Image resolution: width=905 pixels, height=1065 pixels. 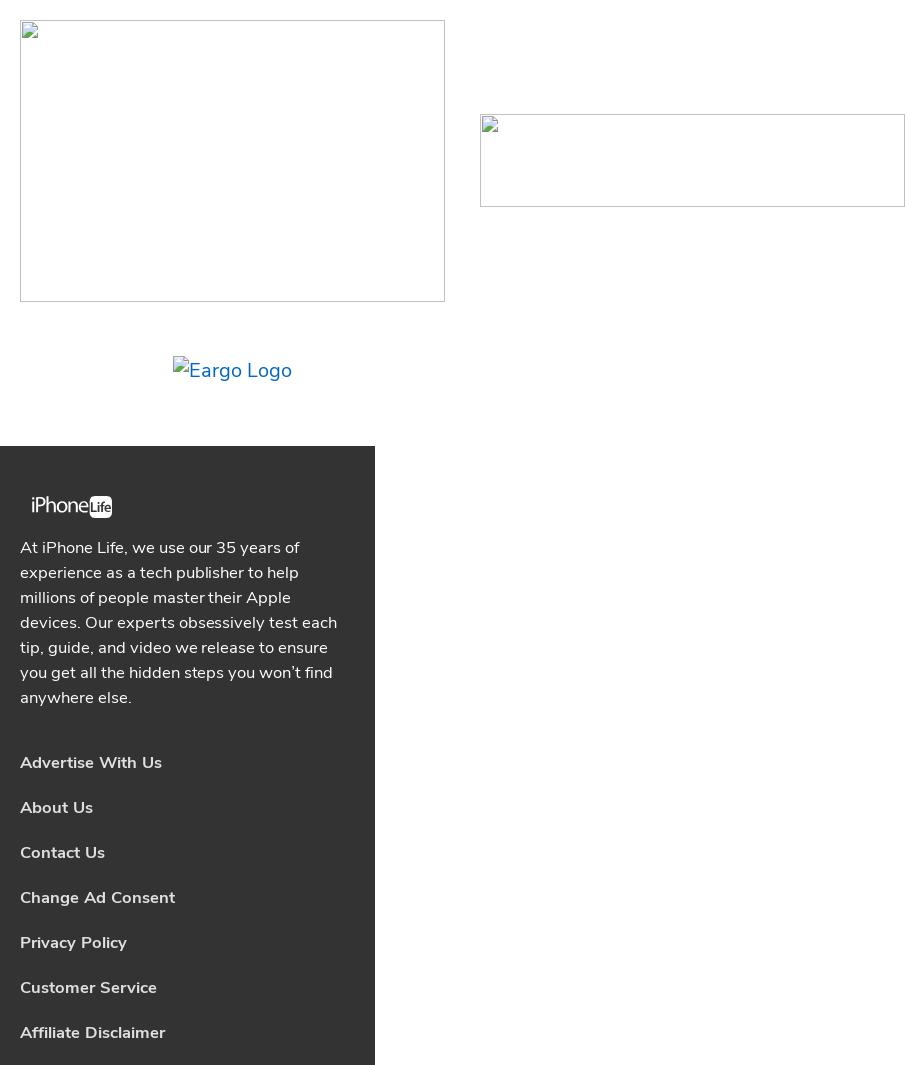 I want to click on 'What iPad Do I Have? Easily Find iPad Generation & Model', so click(x=162, y=872).